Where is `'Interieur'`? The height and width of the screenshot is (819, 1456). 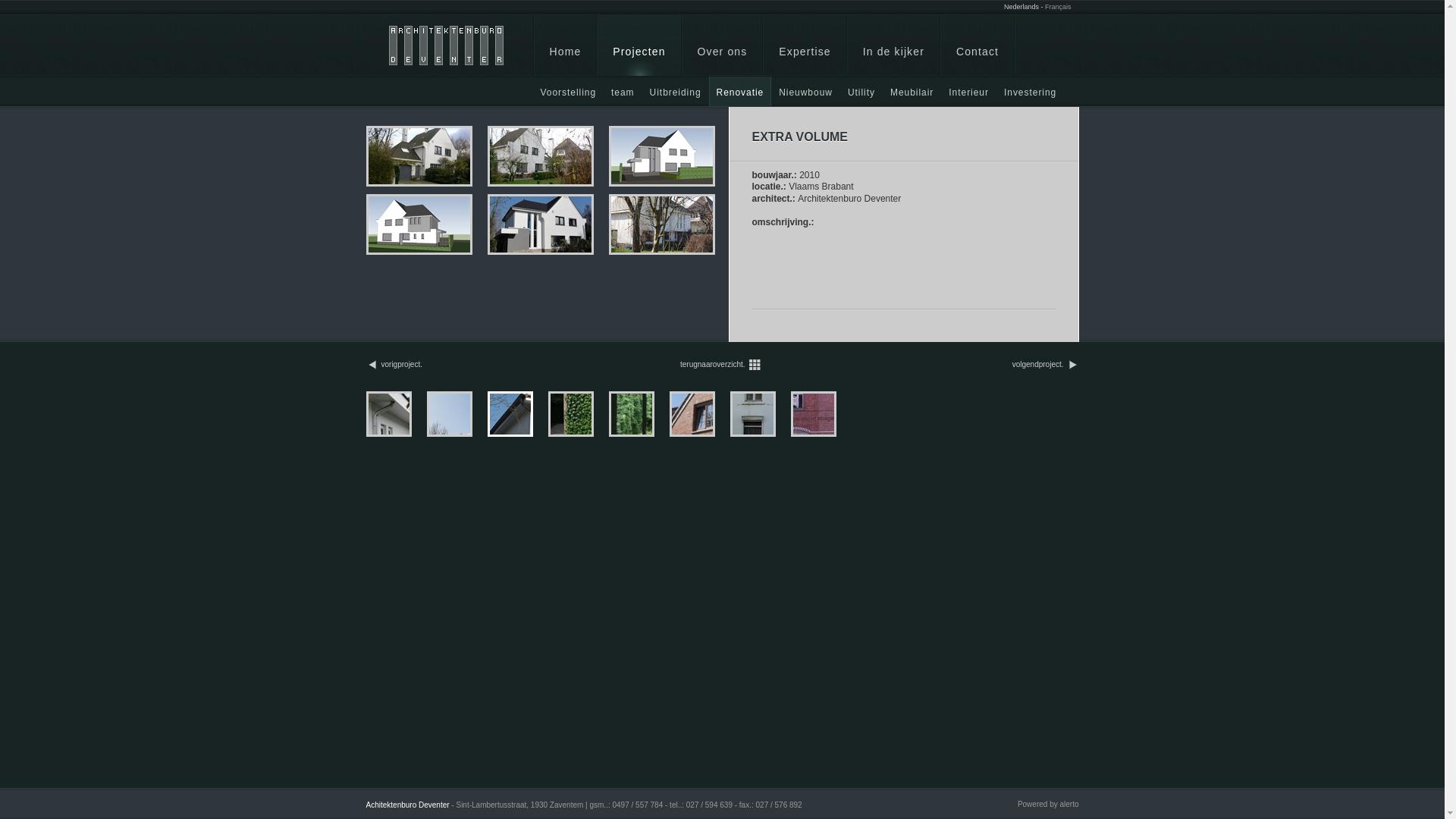
'Interieur' is located at coordinates (968, 91).